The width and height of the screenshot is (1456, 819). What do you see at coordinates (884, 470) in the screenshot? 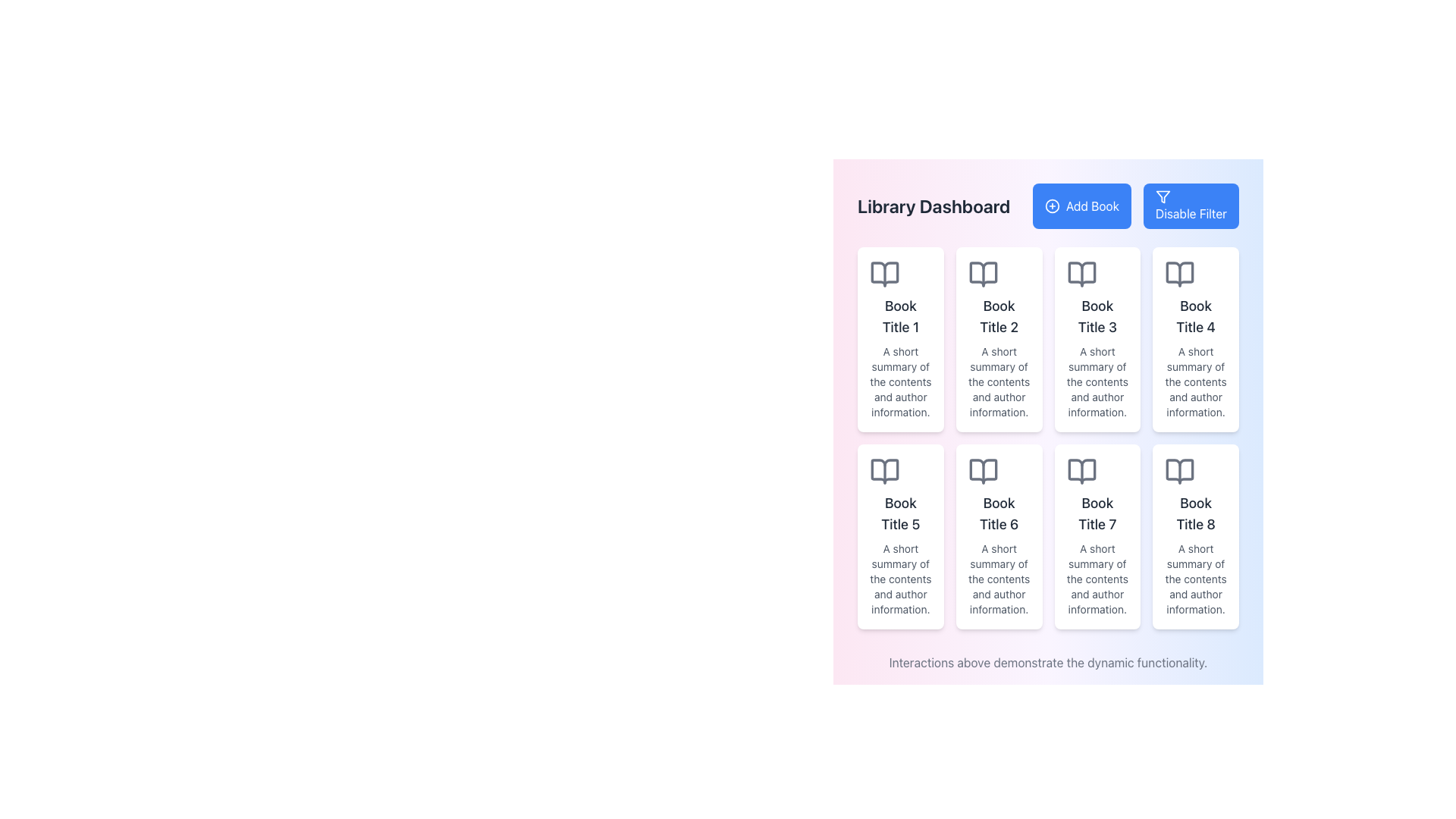
I see `the open book icon located at the top of the fifth card labeled 'Book Title 5' in the grid layout` at bounding box center [884, 470].